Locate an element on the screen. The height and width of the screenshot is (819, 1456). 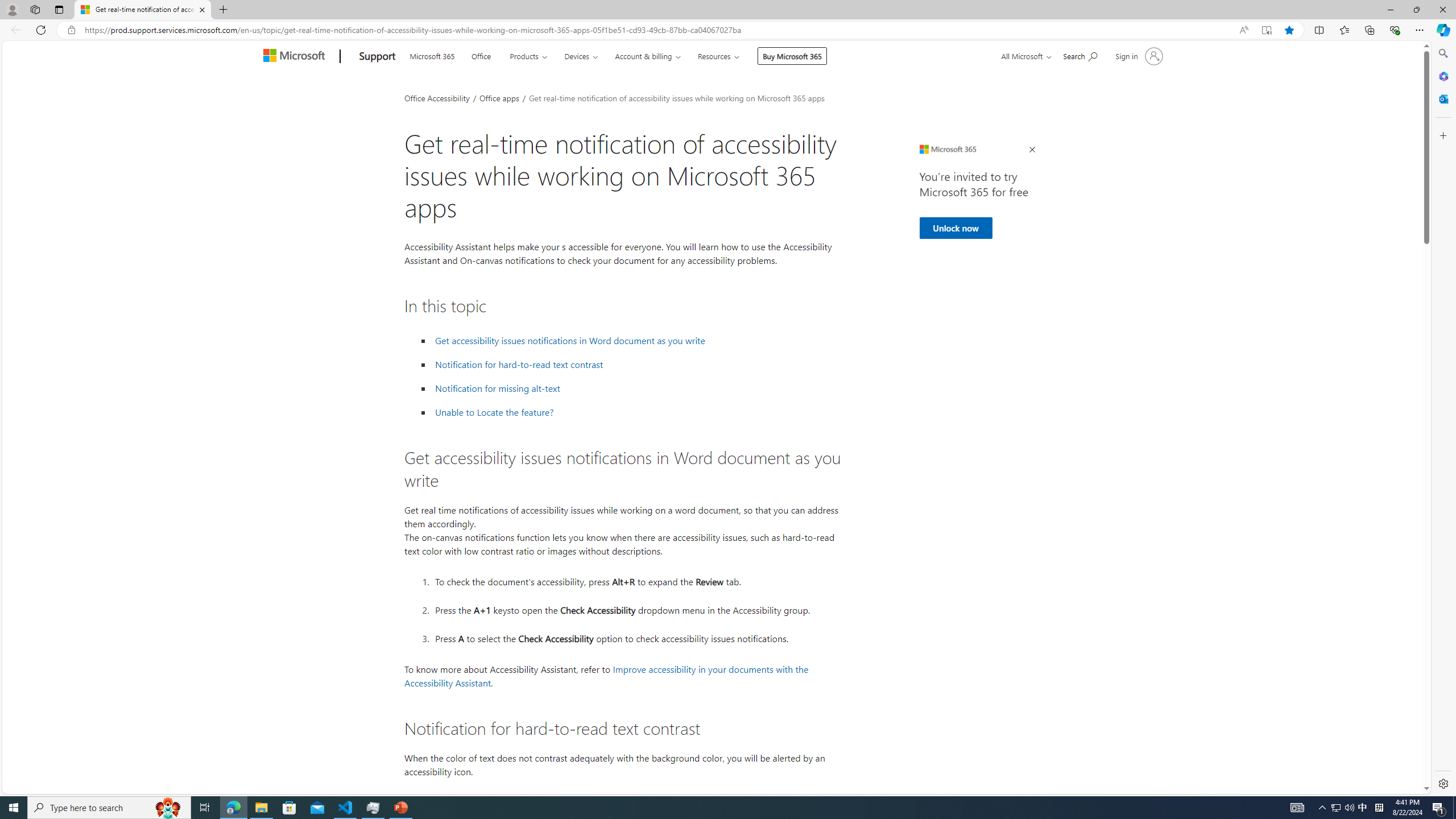
'Collections' is located at coordinates (1368, 29).